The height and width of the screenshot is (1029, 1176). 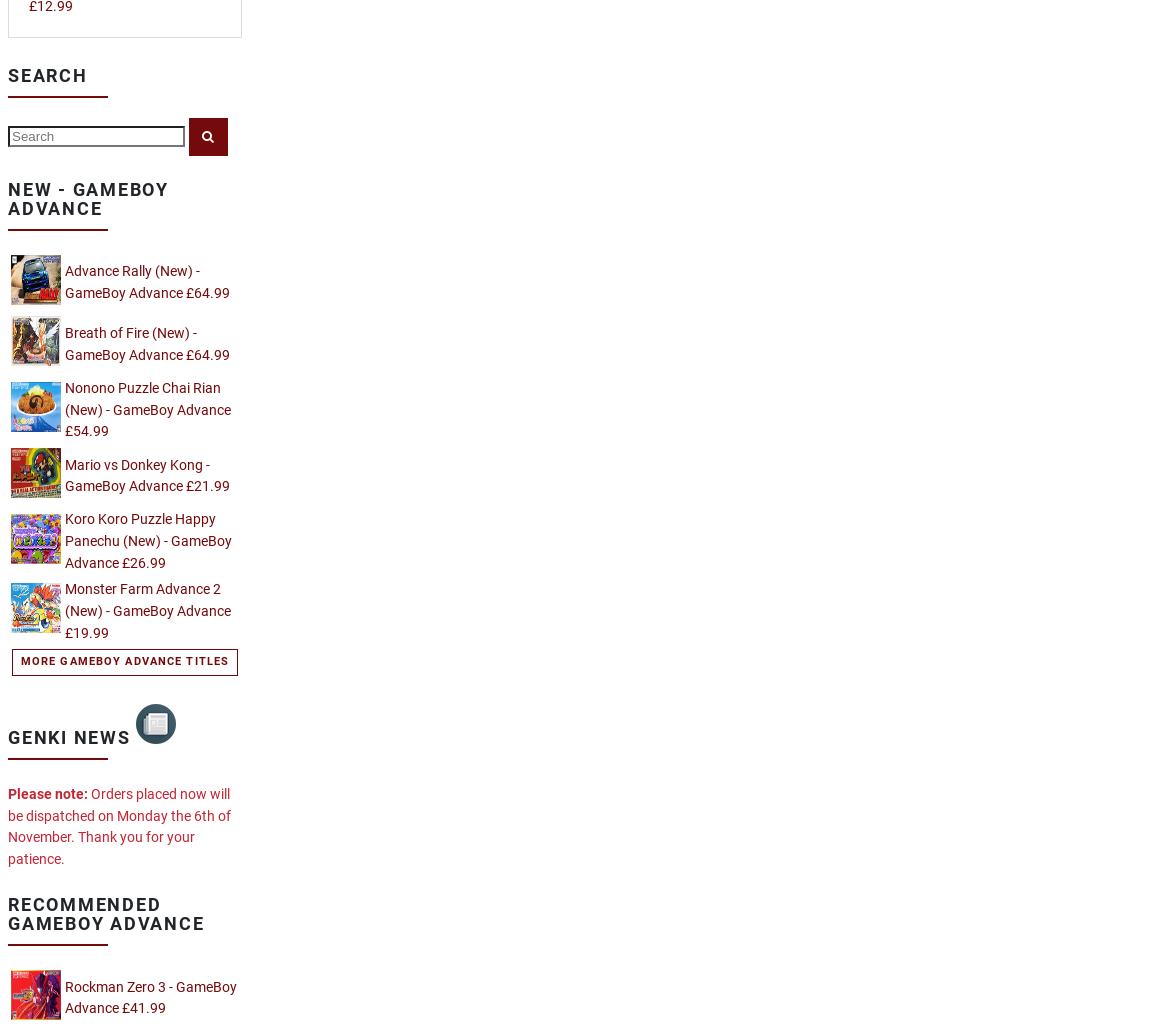 I want to click on 'Monster Farm Advance 2 (New) - GameBoy Advance £19.99', so click(x=148, y=611).